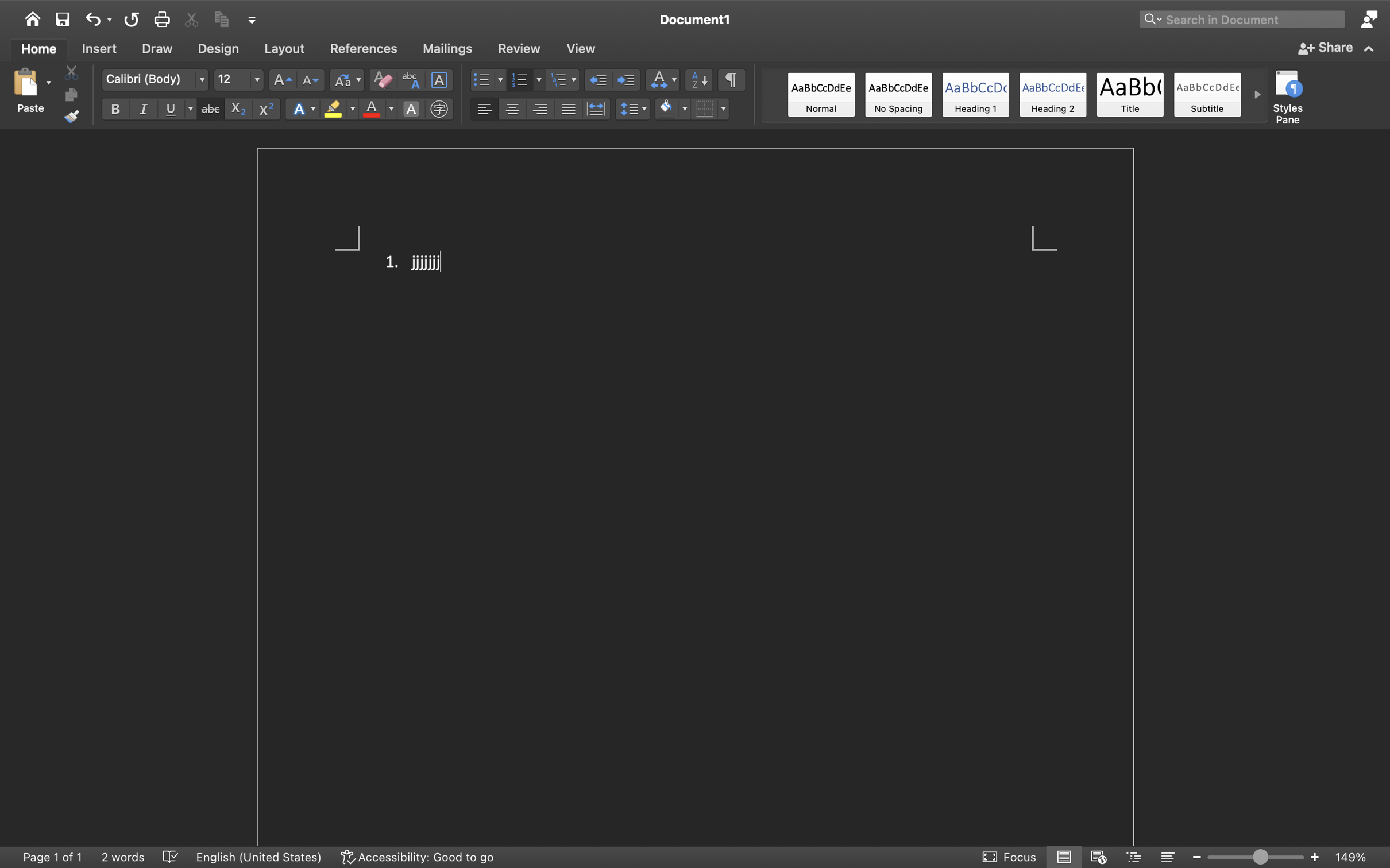 Image resolution: width=1390 pixels, height=868 pixels. I want to click on '1123.0', so click(1256, 856).